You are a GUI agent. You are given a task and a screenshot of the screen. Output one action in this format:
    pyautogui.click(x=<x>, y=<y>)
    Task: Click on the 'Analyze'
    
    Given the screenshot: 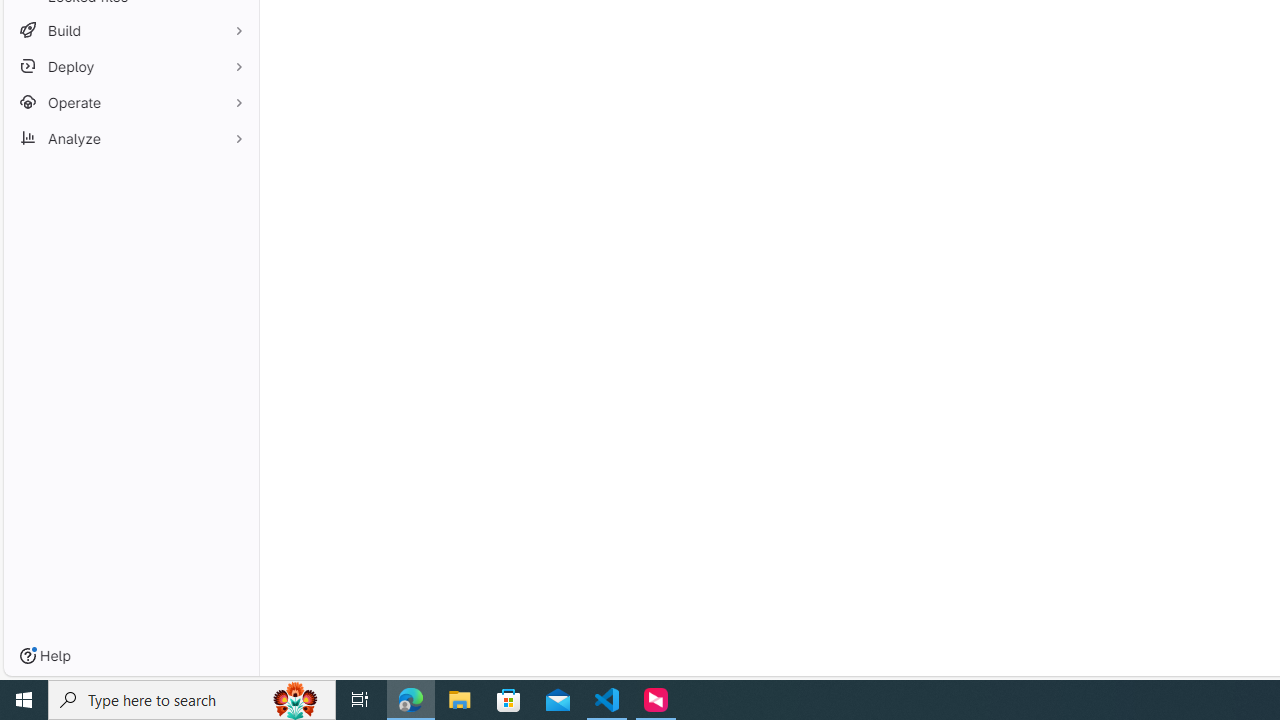 What is the action you would take?
    pyautogui.click(x=130, y=137)
    